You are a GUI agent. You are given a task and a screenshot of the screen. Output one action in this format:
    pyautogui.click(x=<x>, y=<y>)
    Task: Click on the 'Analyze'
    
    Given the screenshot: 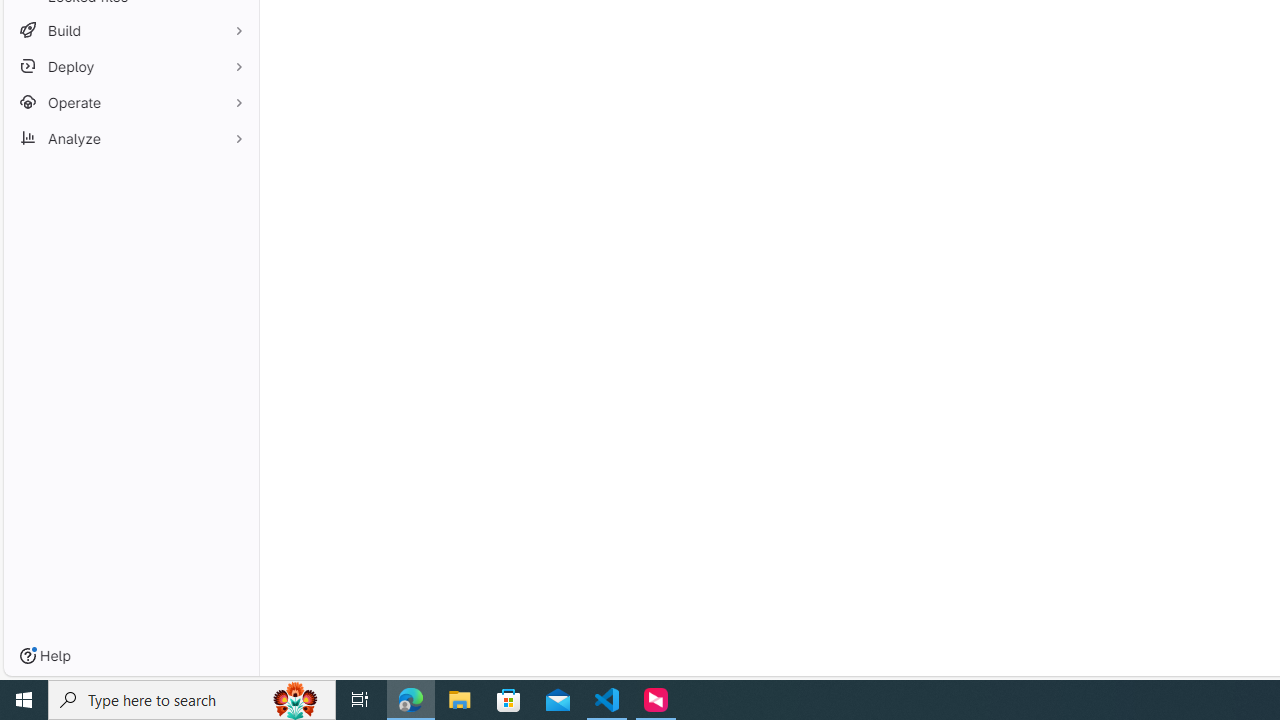 What is the action you would take?
    pyautogui.click(x=130, y=137)
    